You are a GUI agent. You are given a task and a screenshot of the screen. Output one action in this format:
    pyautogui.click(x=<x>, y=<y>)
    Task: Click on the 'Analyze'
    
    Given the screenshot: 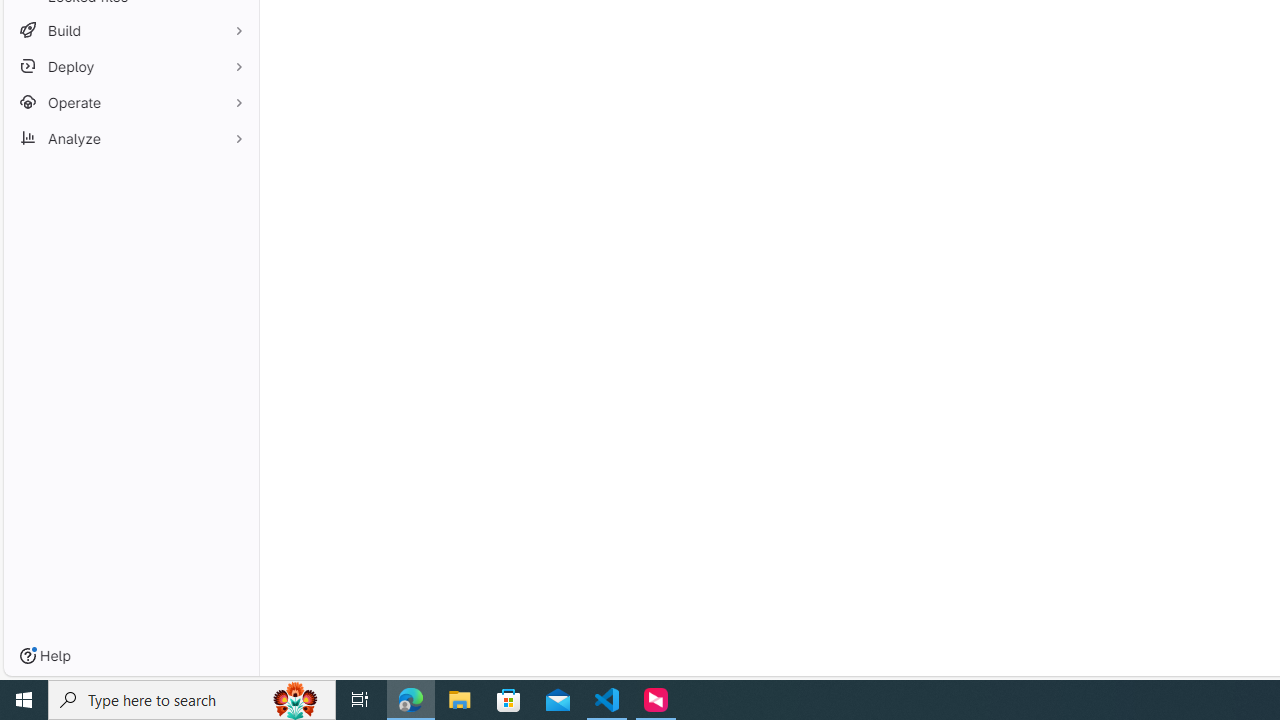 What is the action you would take?
    pyautogui.click(x=130, y=137)
    